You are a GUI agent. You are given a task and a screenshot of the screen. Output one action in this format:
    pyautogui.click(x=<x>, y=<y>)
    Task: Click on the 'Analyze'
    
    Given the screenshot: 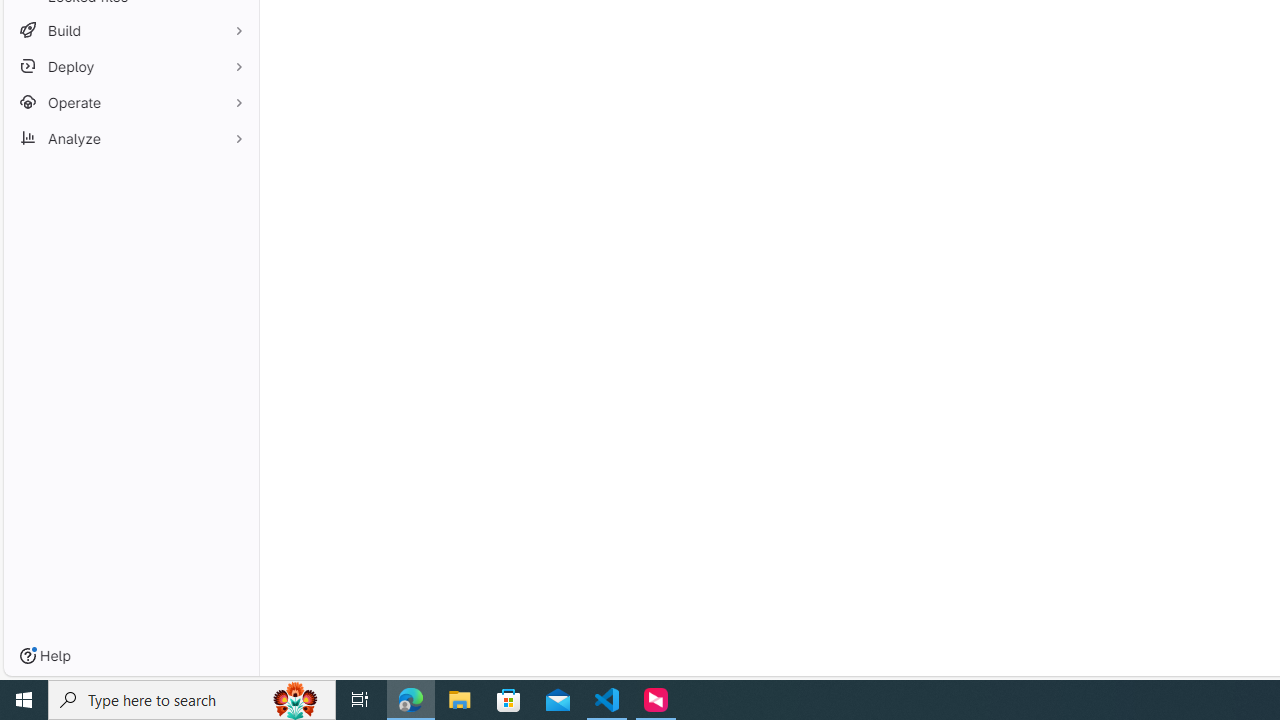 What is the action you would take?
    pyautogui.click(x=130, y=137)
    